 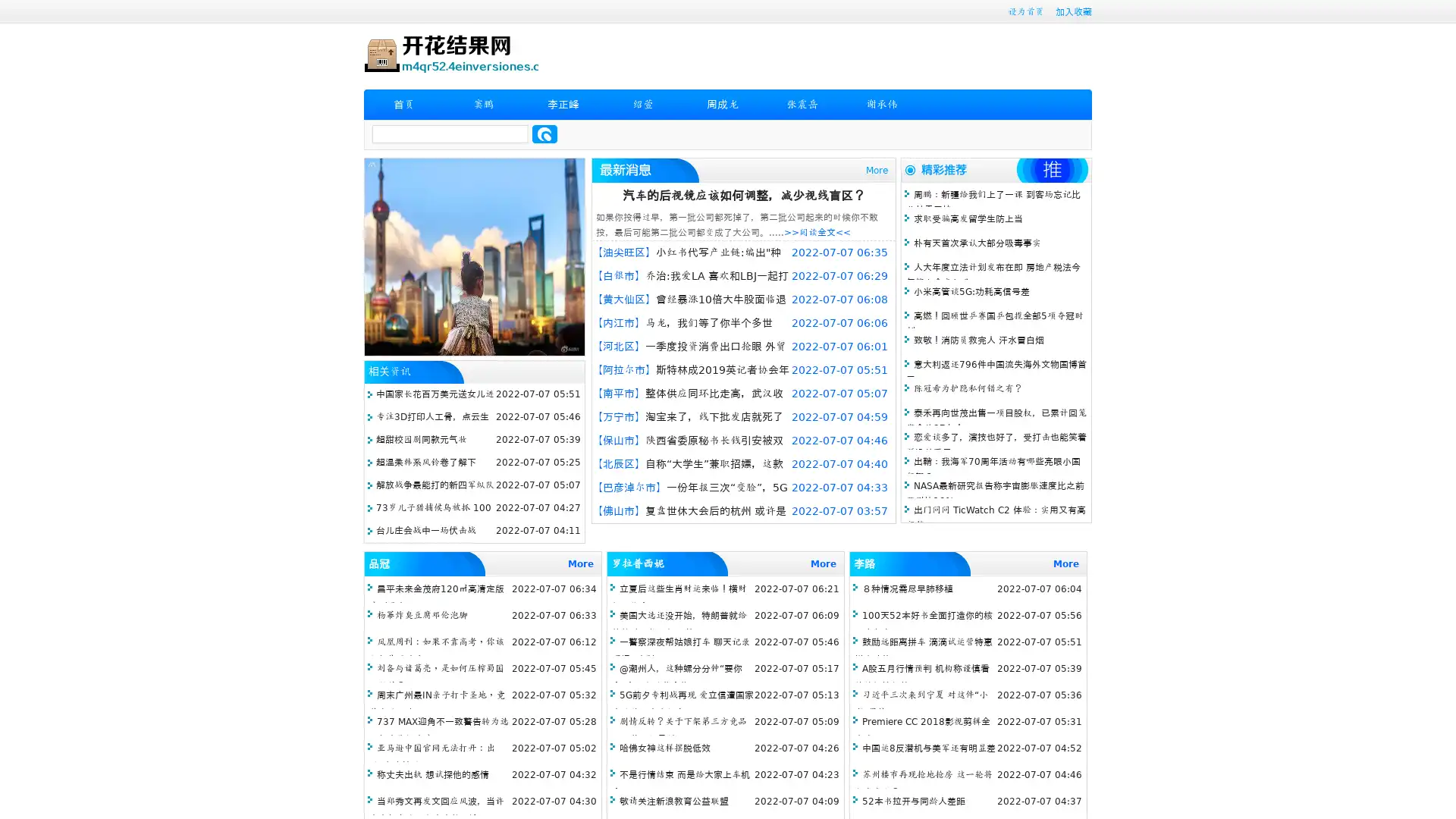 What do you see at coordinates (544, 133) in the screenshot?
I see `Search` at bounding box center [544, 133].